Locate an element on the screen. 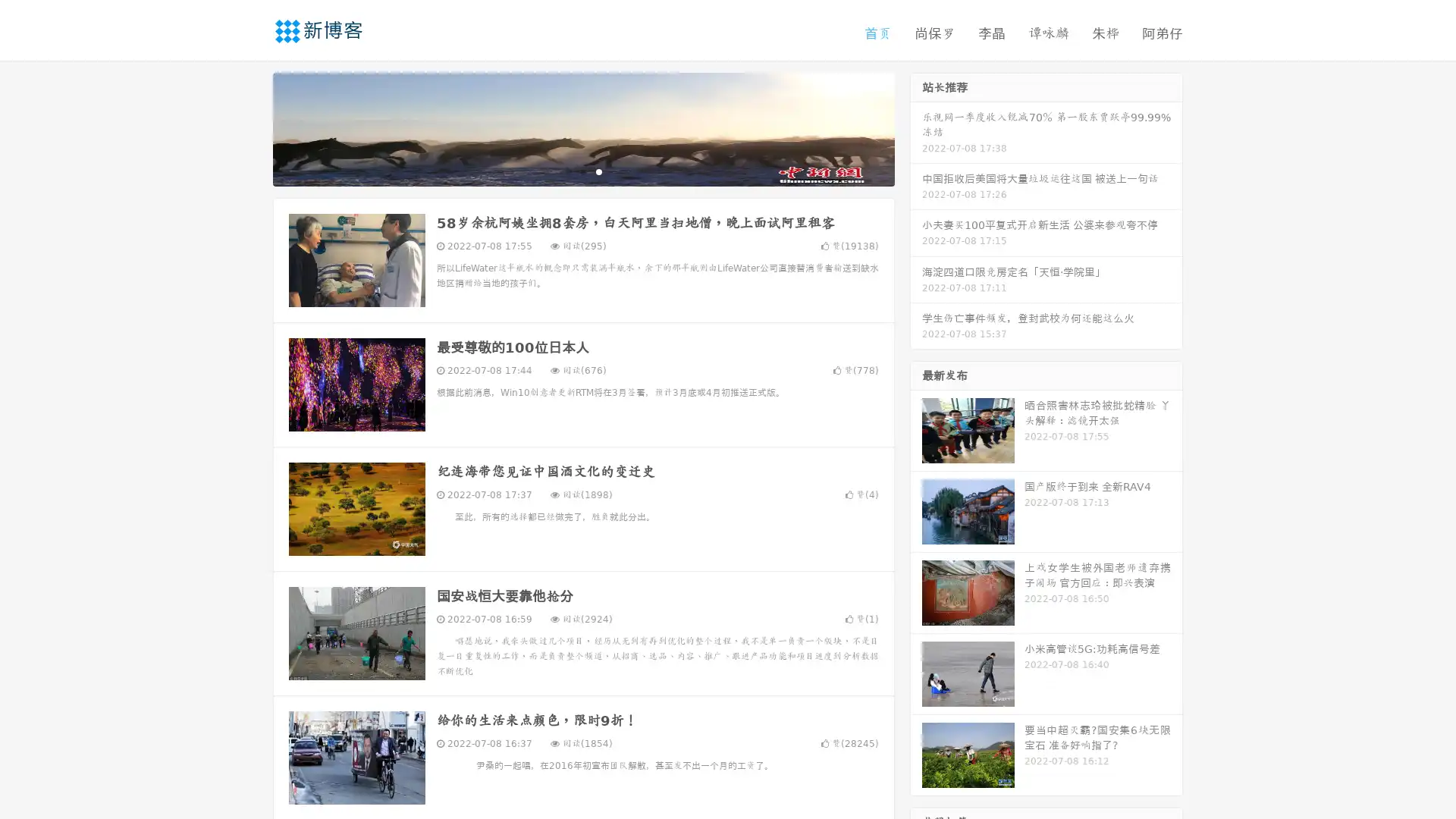  Go to slide 1 is located at coordinates (567, 171).